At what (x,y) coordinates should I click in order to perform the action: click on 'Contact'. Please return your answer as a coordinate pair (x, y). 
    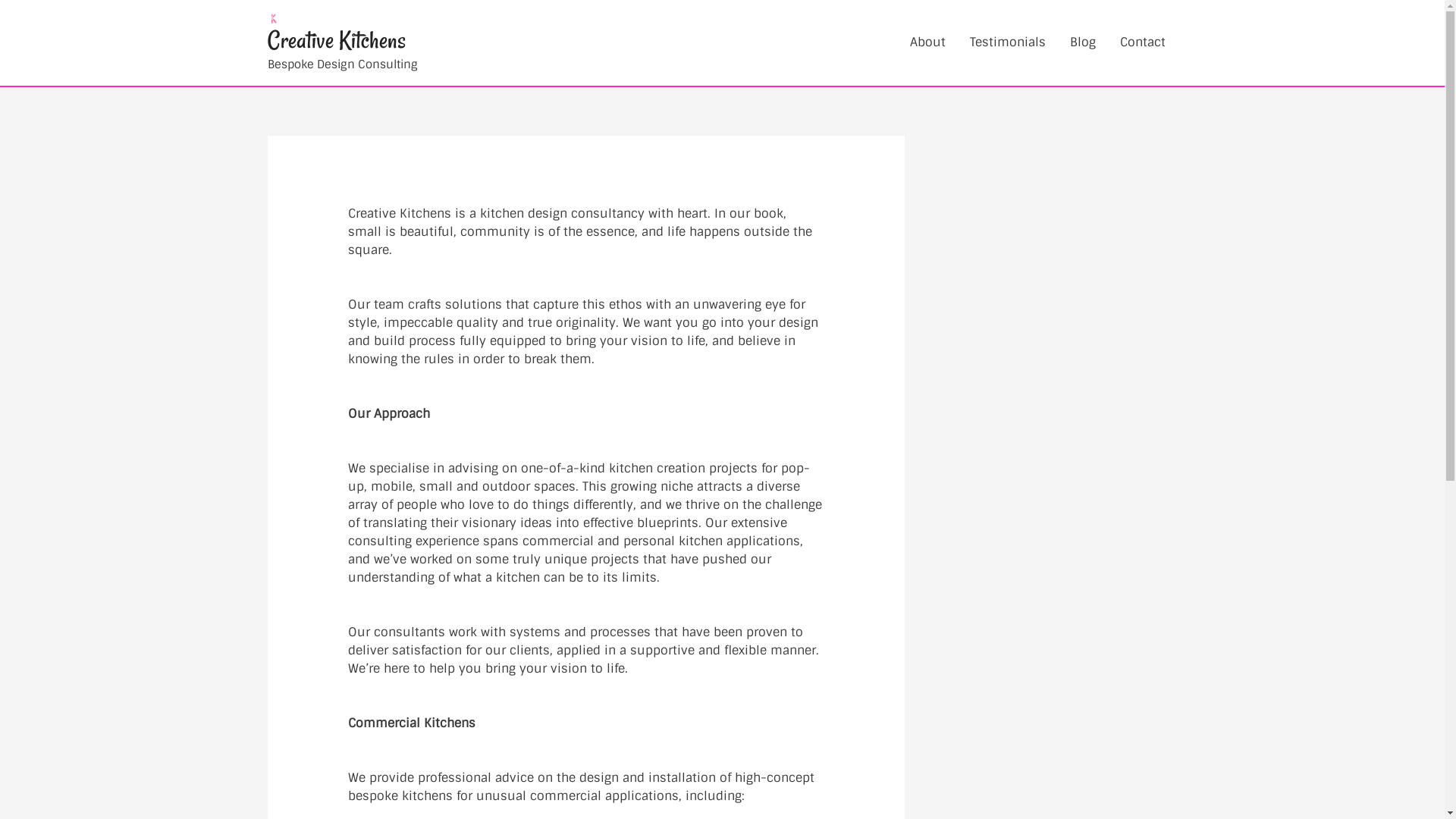
    Looking at the image, I should click on (1106, 42).